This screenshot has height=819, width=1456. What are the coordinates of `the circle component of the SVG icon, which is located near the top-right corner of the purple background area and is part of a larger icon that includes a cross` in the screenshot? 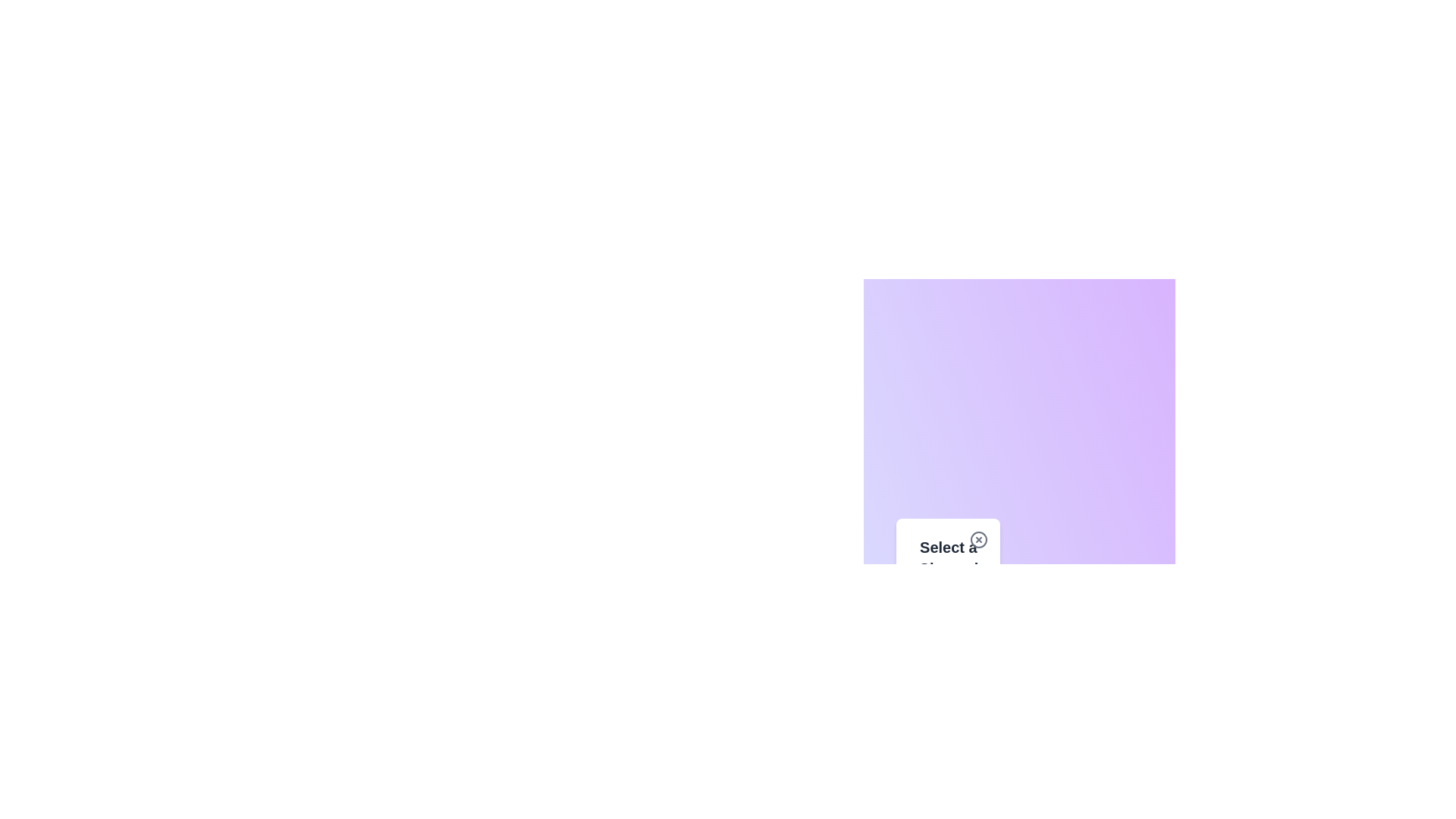 It's located at (979, 539).